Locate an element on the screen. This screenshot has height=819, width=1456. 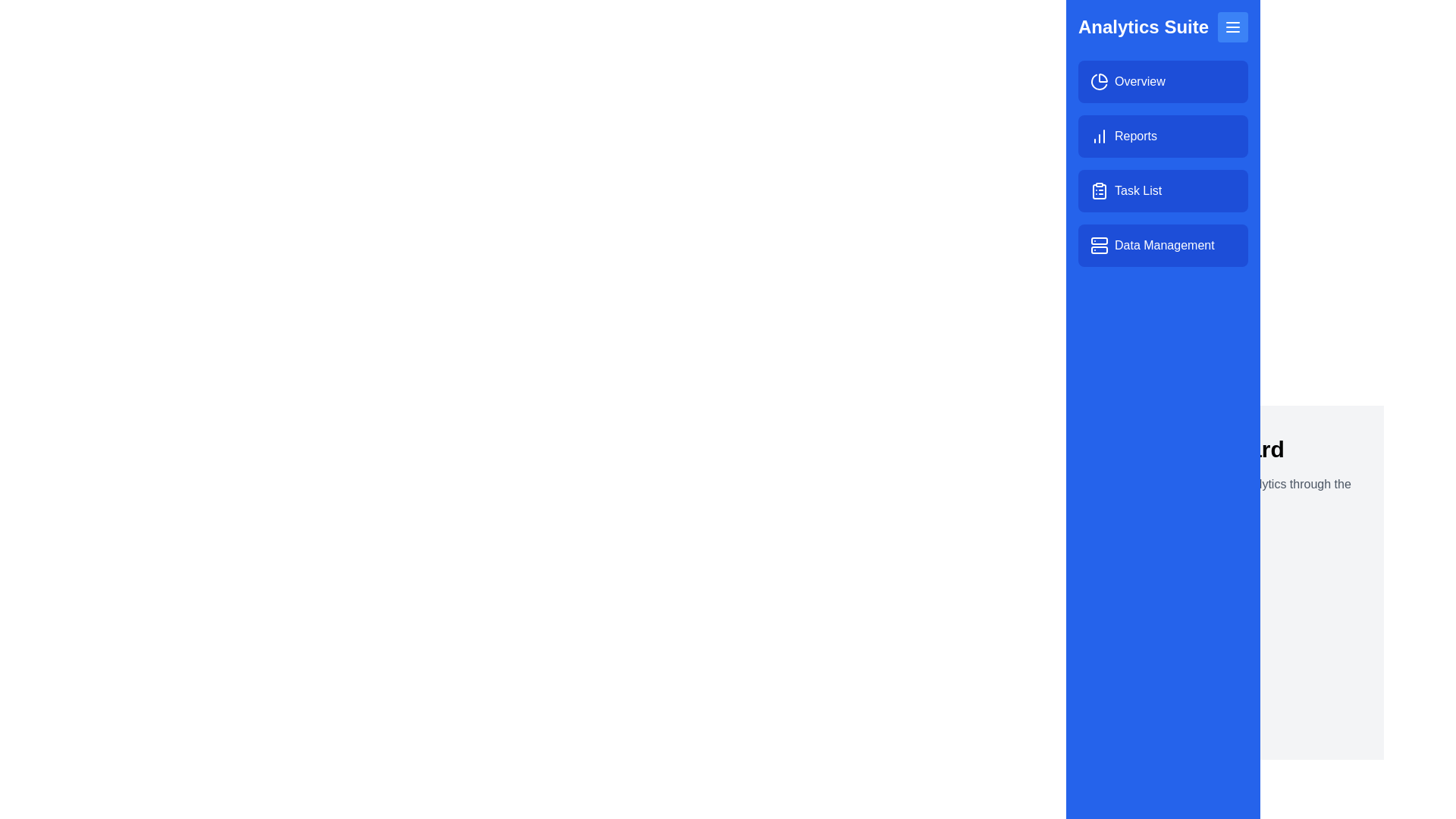
the menu item labeled Overview is located at coordinates (1163, 82).